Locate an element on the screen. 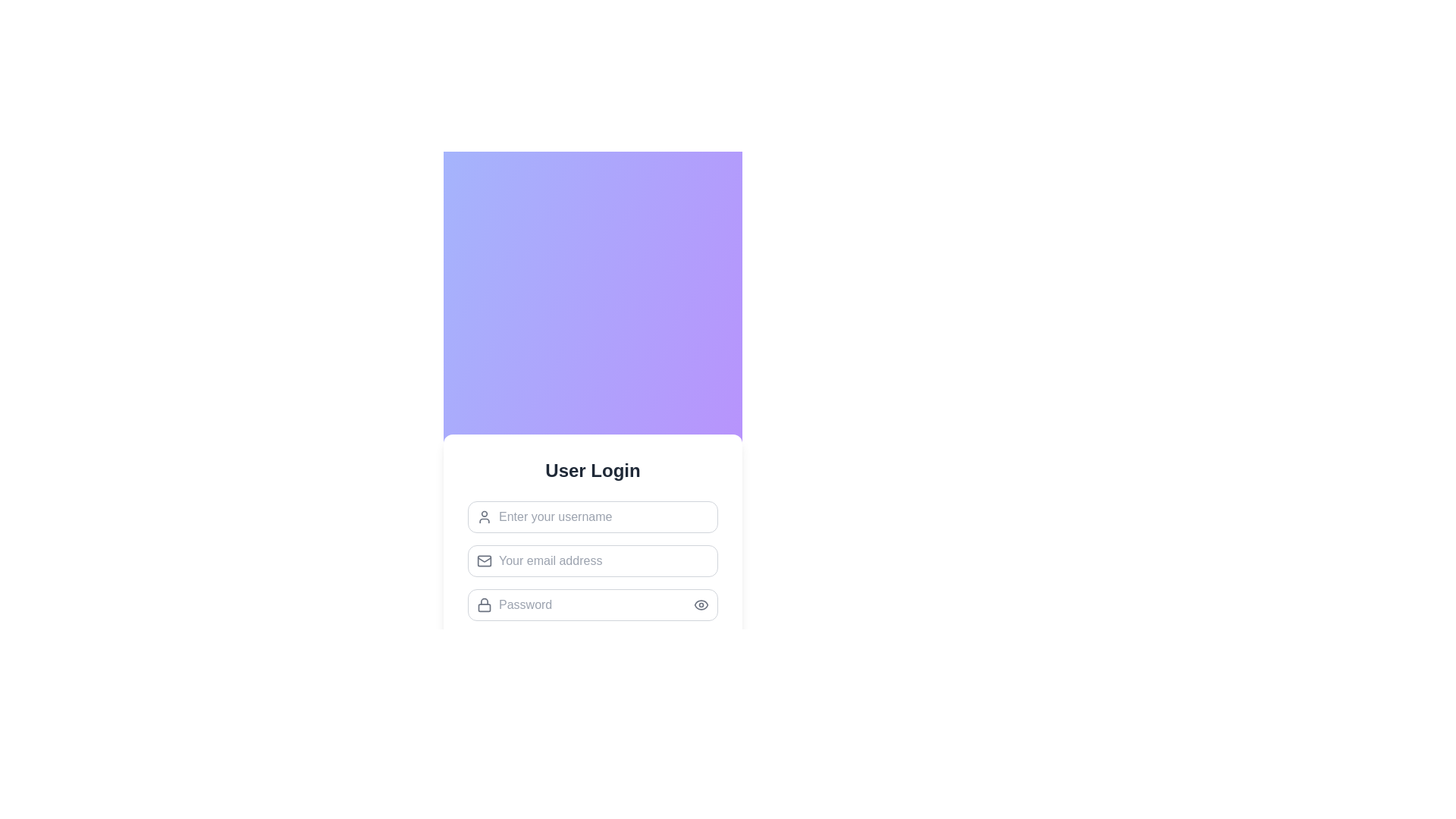  the eye icon located in the lower right corner of the 'User Login' panel is located at coordinates (701, 604).